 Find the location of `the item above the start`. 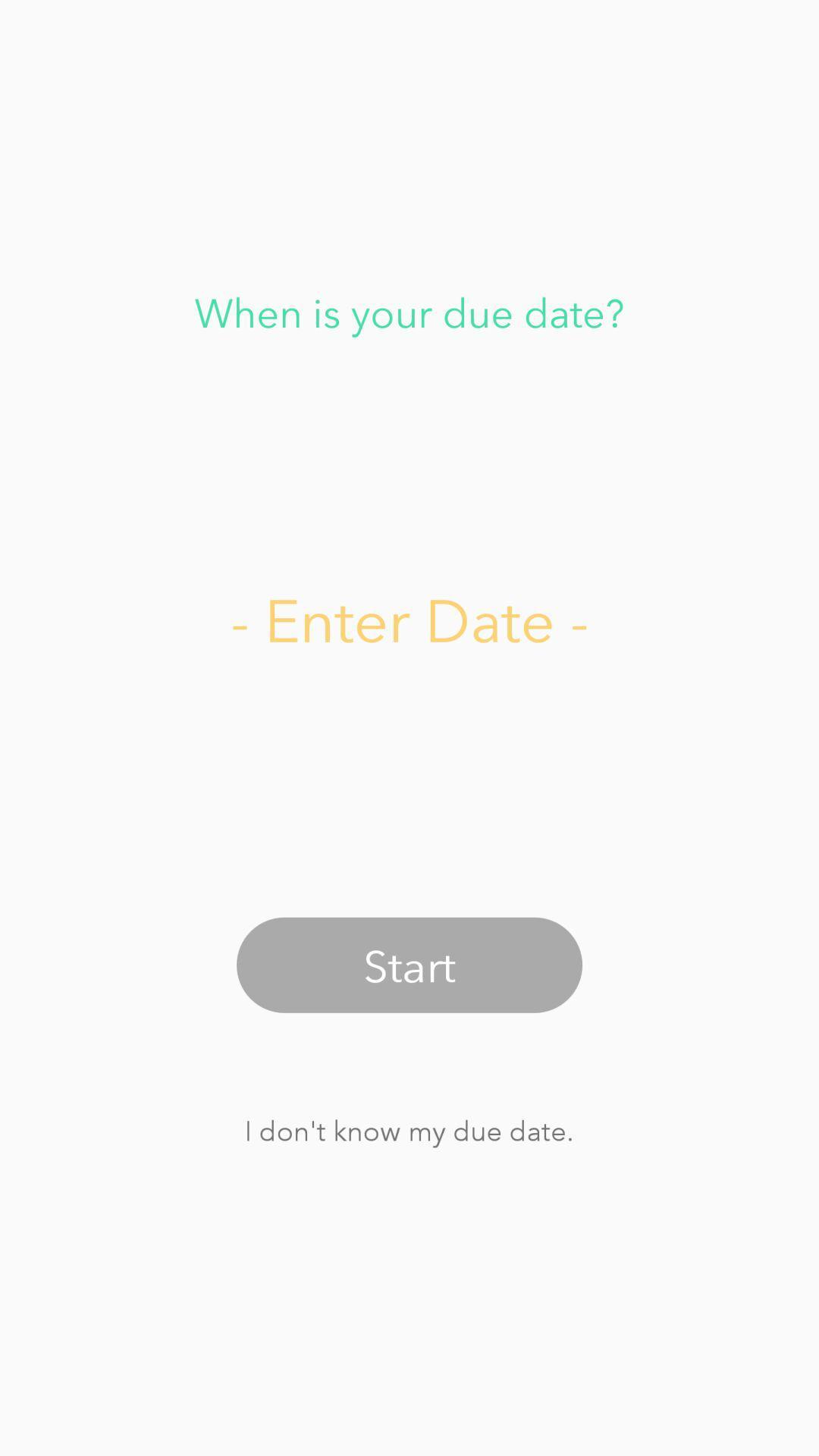

the item above the start is located at coordinates (409, 619).